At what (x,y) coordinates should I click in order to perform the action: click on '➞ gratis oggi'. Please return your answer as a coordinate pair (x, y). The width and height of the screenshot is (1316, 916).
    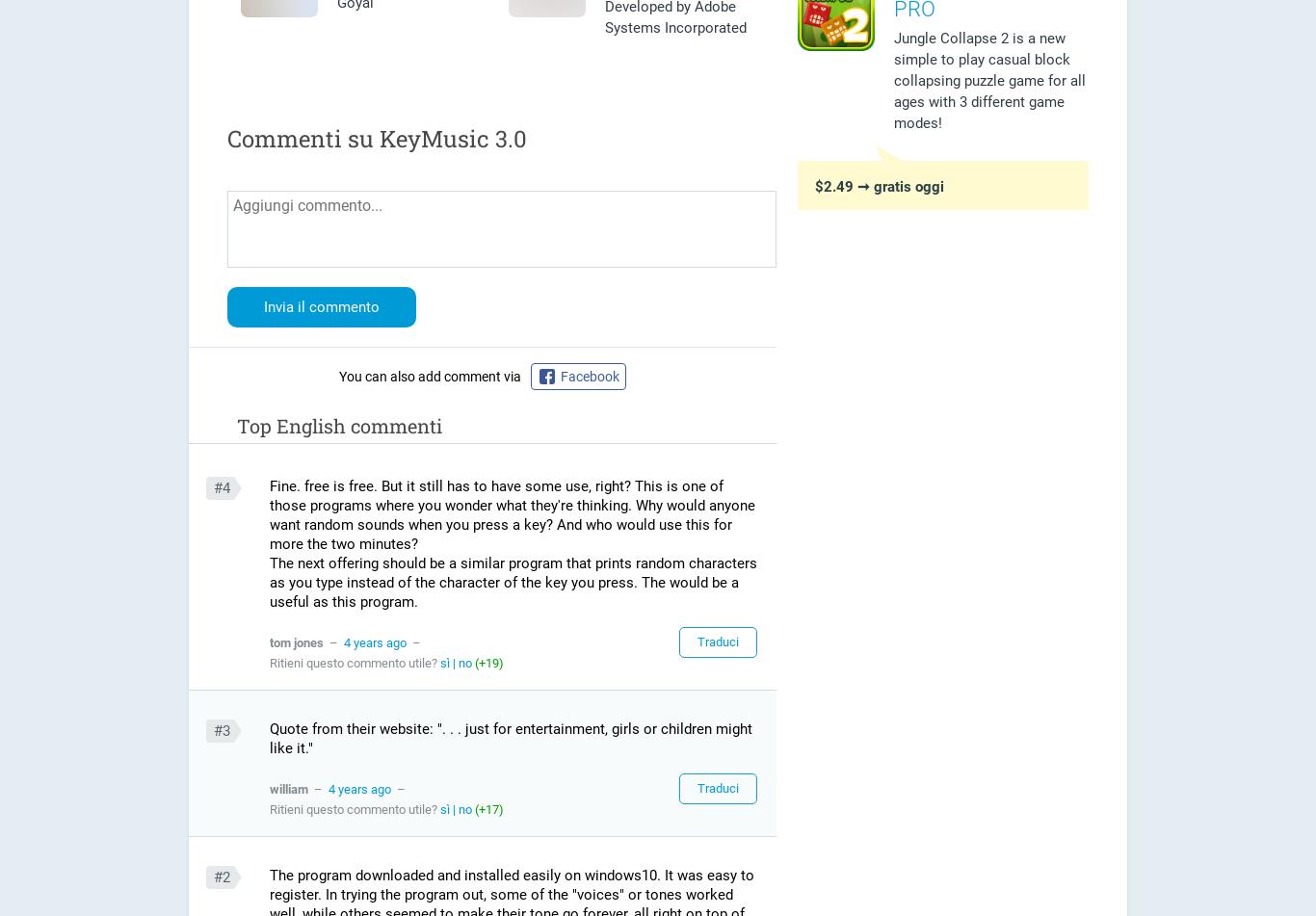
    Looking at the image, I should click on (898, 185).